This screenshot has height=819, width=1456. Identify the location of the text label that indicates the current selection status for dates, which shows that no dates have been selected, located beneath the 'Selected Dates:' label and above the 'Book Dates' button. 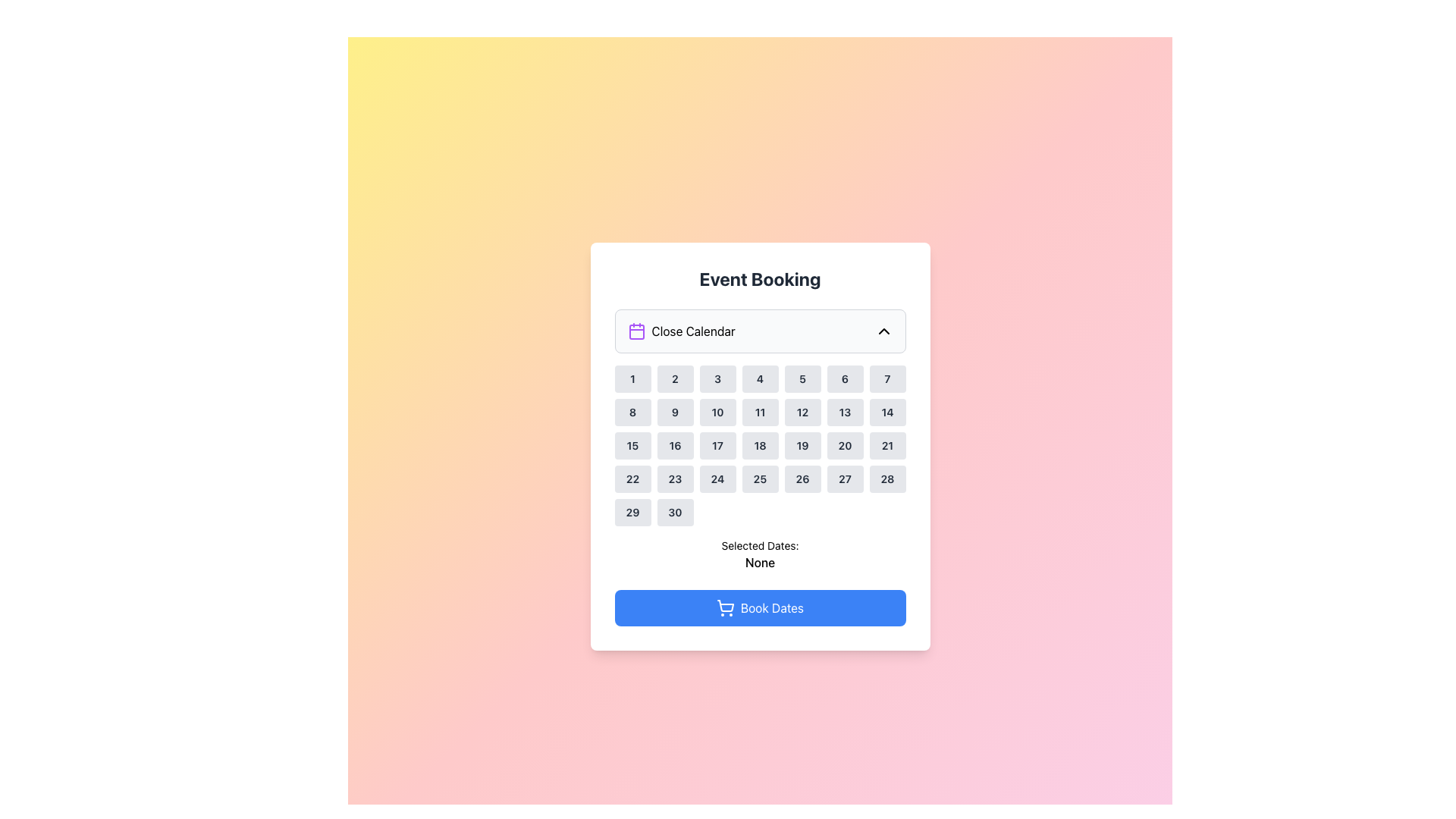
(760, 562).